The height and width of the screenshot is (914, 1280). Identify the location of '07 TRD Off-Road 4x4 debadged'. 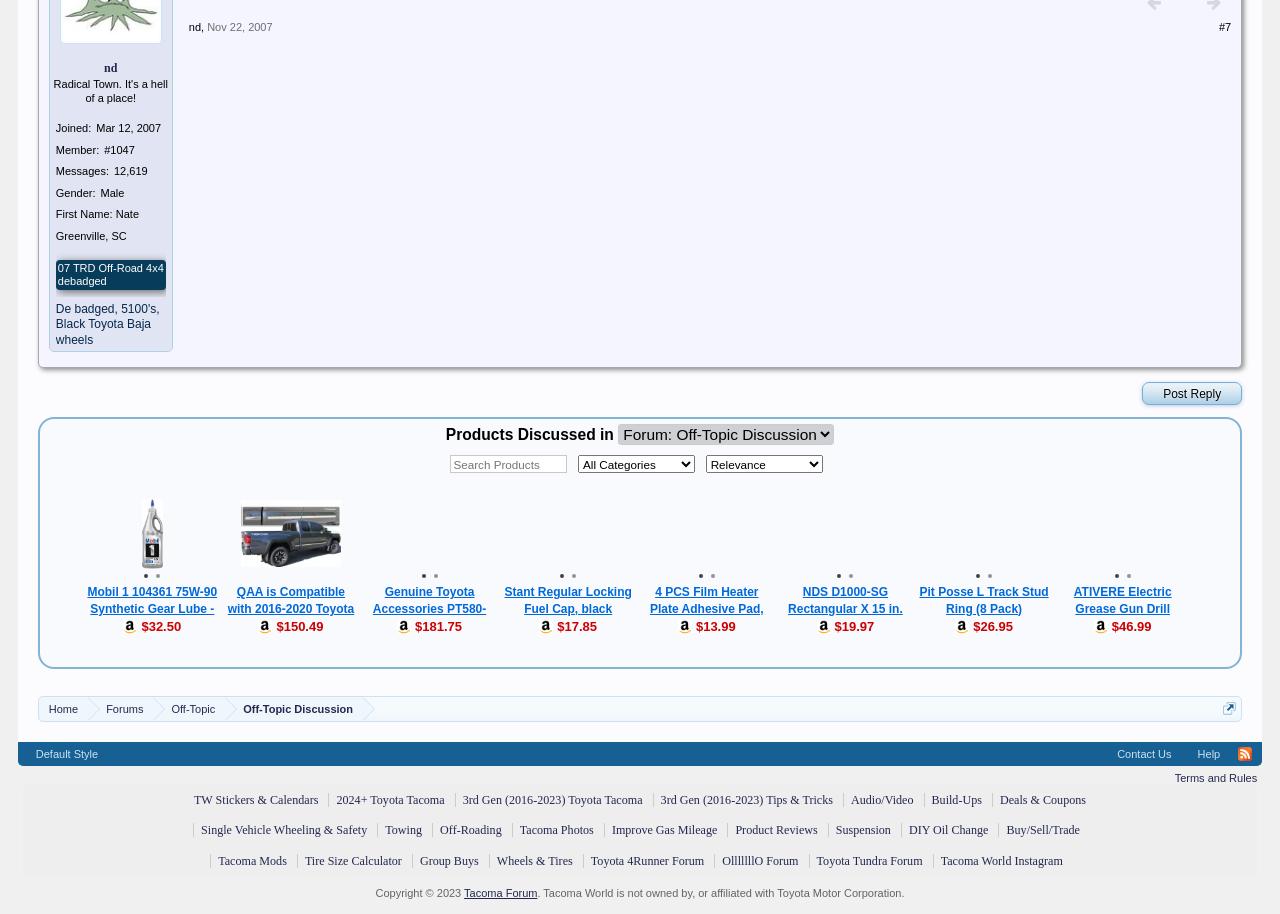
(108, 273).